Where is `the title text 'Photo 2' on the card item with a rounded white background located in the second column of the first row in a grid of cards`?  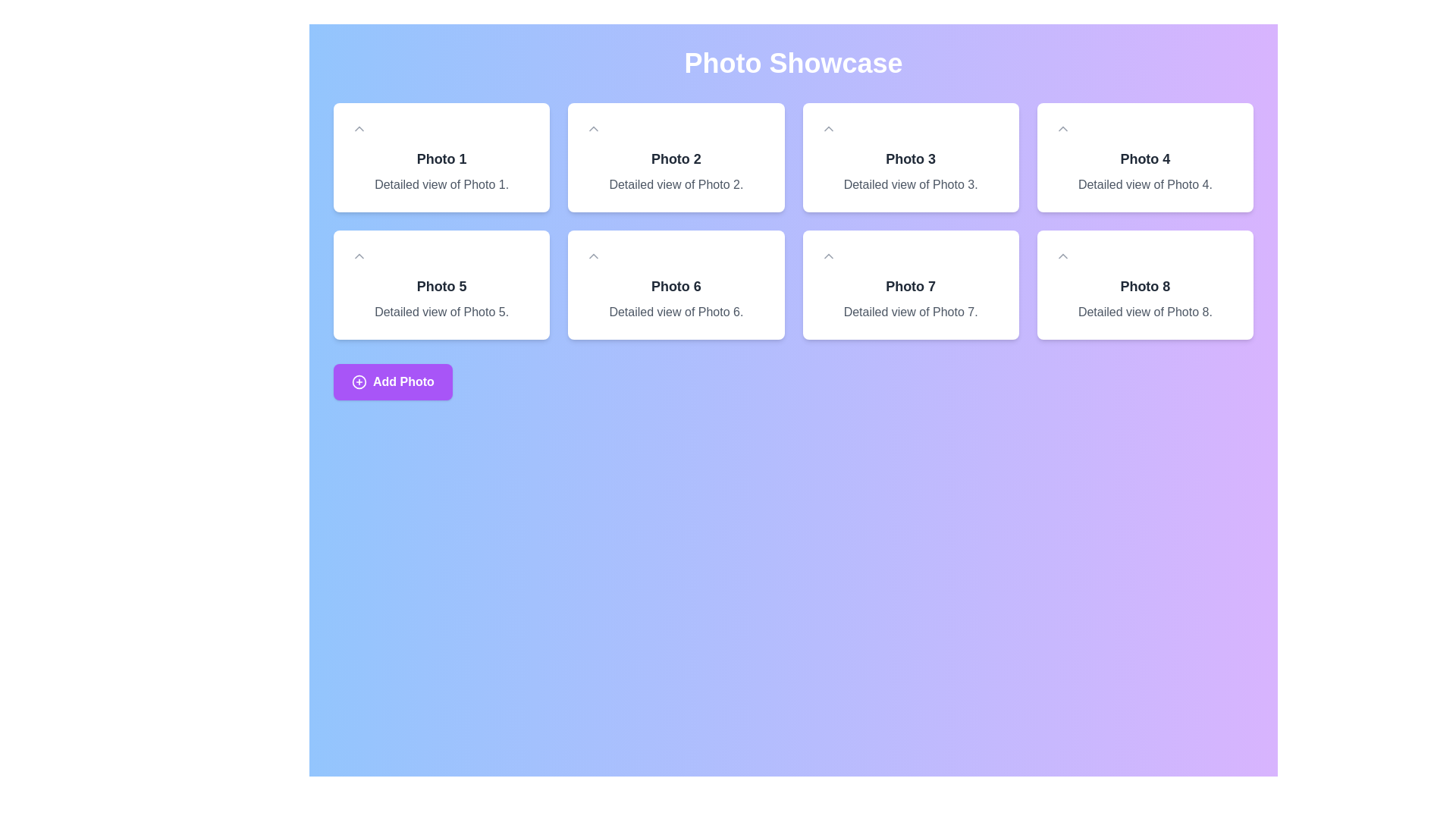 the title text 'Photo 2' on the card item with a rounded white background located in the second column of the first row in a grid of cards is located at coordinates (675, 158).